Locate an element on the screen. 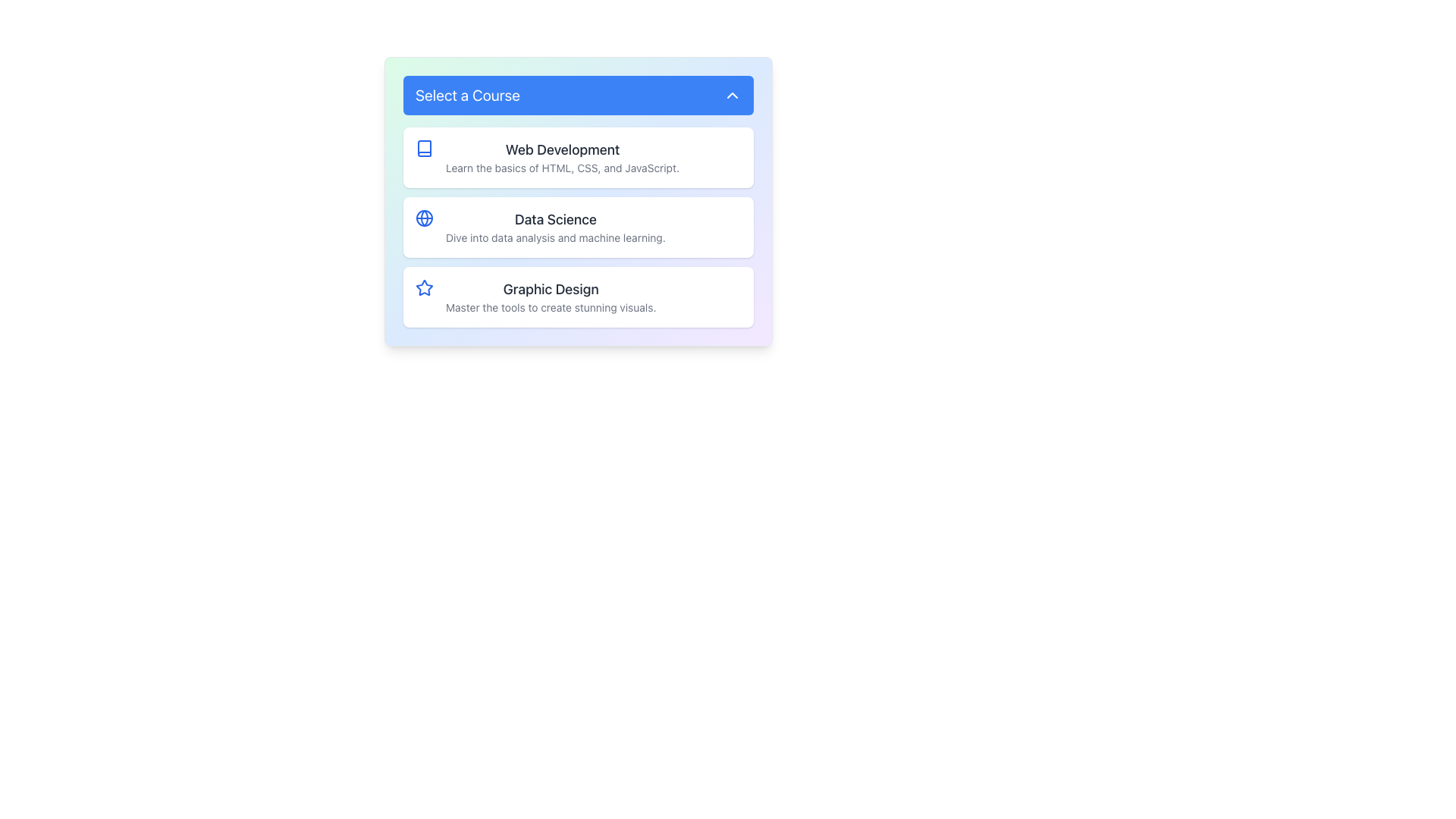 This screenshot has height=819, width=1456. the chevron up arrow icon located on the right side of the blue header bar labeled 'Select a Course' is located at coordinates (732, 96).